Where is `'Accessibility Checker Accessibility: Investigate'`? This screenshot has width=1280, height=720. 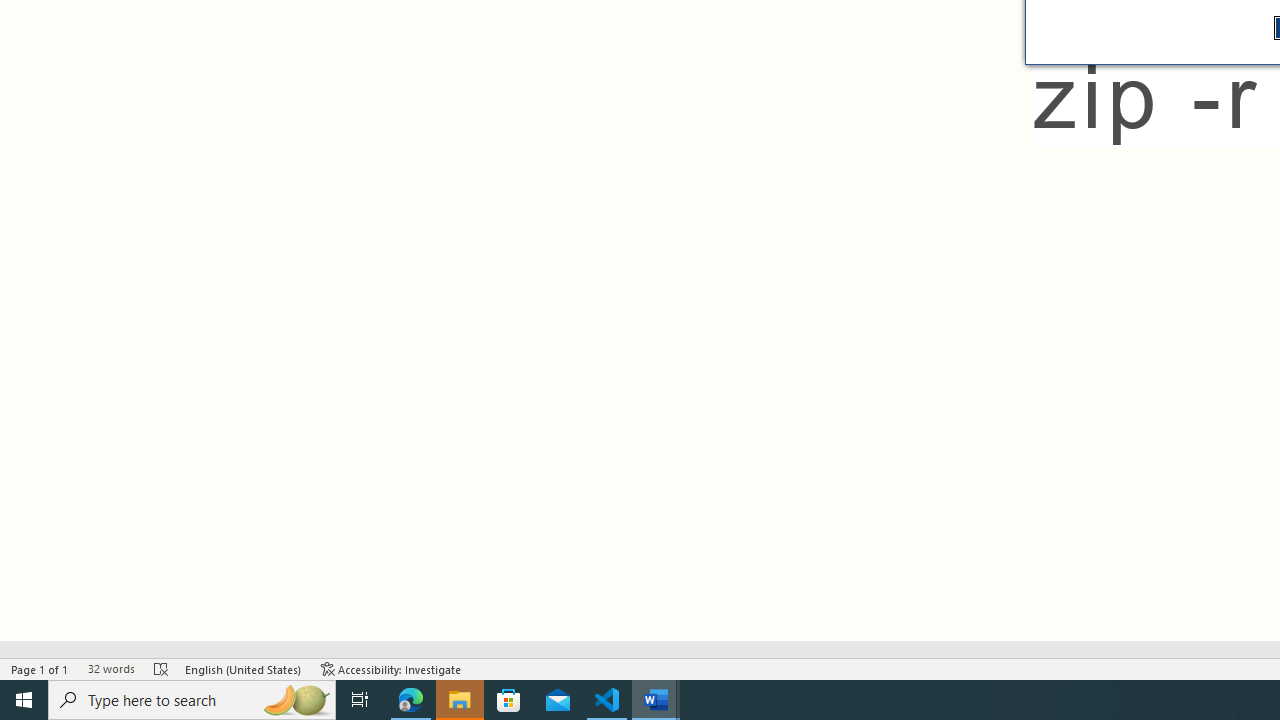
'Accessibility Checker Accessibility: Investigate' is located at coordinates (391, 669).